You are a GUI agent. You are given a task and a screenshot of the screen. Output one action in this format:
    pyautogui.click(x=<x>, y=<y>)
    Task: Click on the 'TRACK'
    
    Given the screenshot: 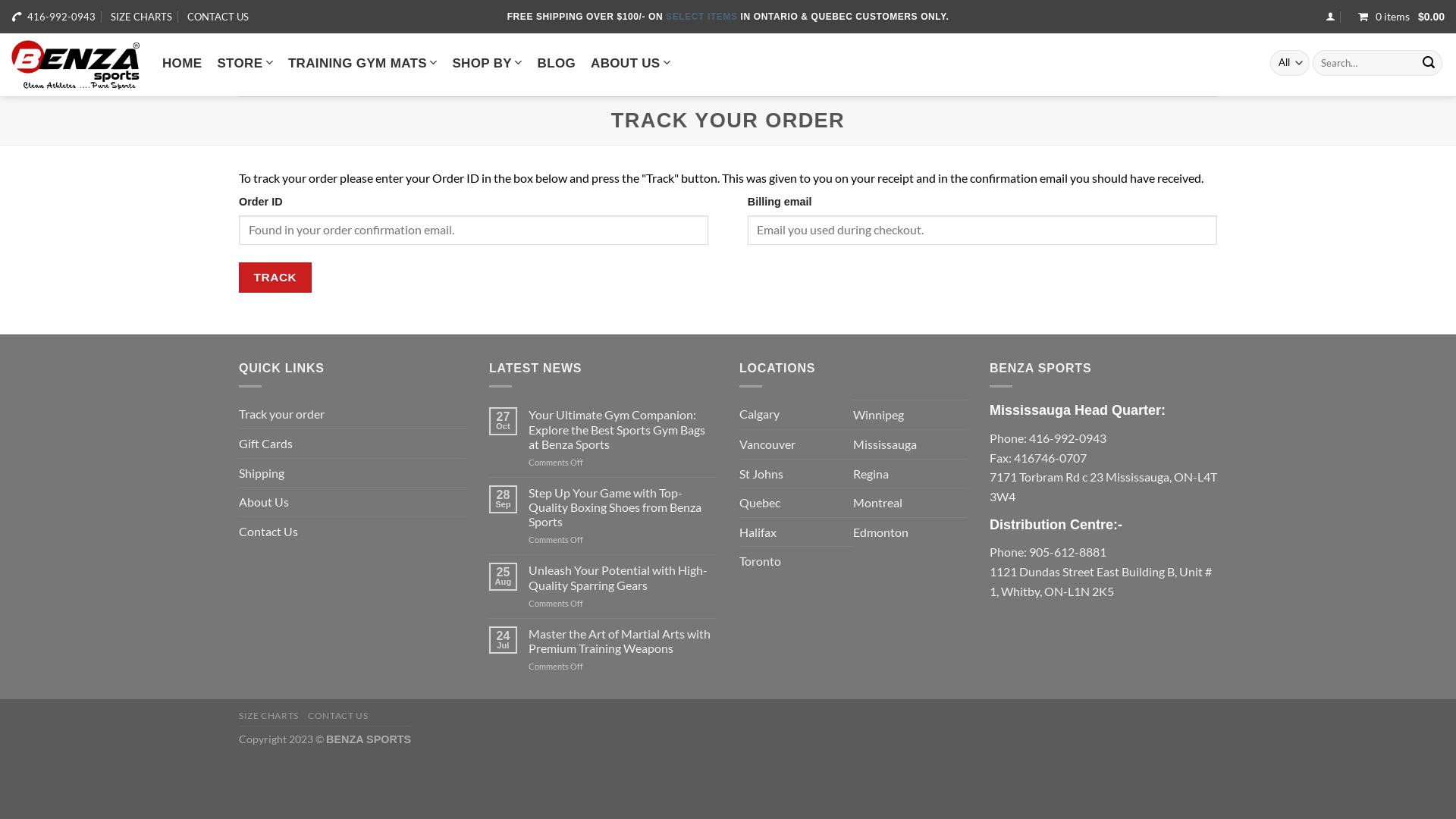 What is the action you would take?
    pyautogui.click(x=275, y=277)
    